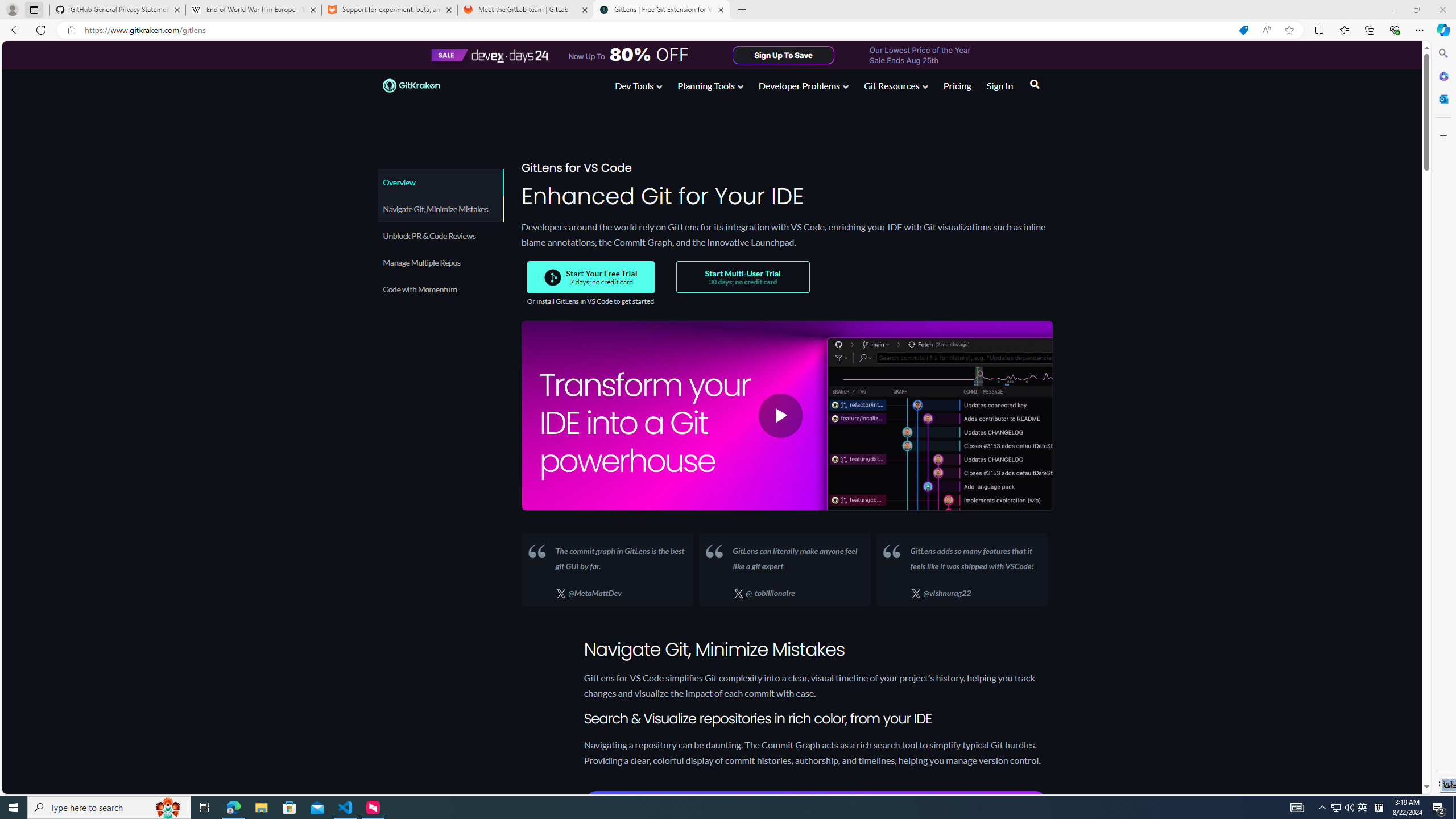 The width and height of the screenshot is (1456, 819). Describe the element at coordinates (260, 806) in the screenshot. I see `'File Explorer'` at that location.